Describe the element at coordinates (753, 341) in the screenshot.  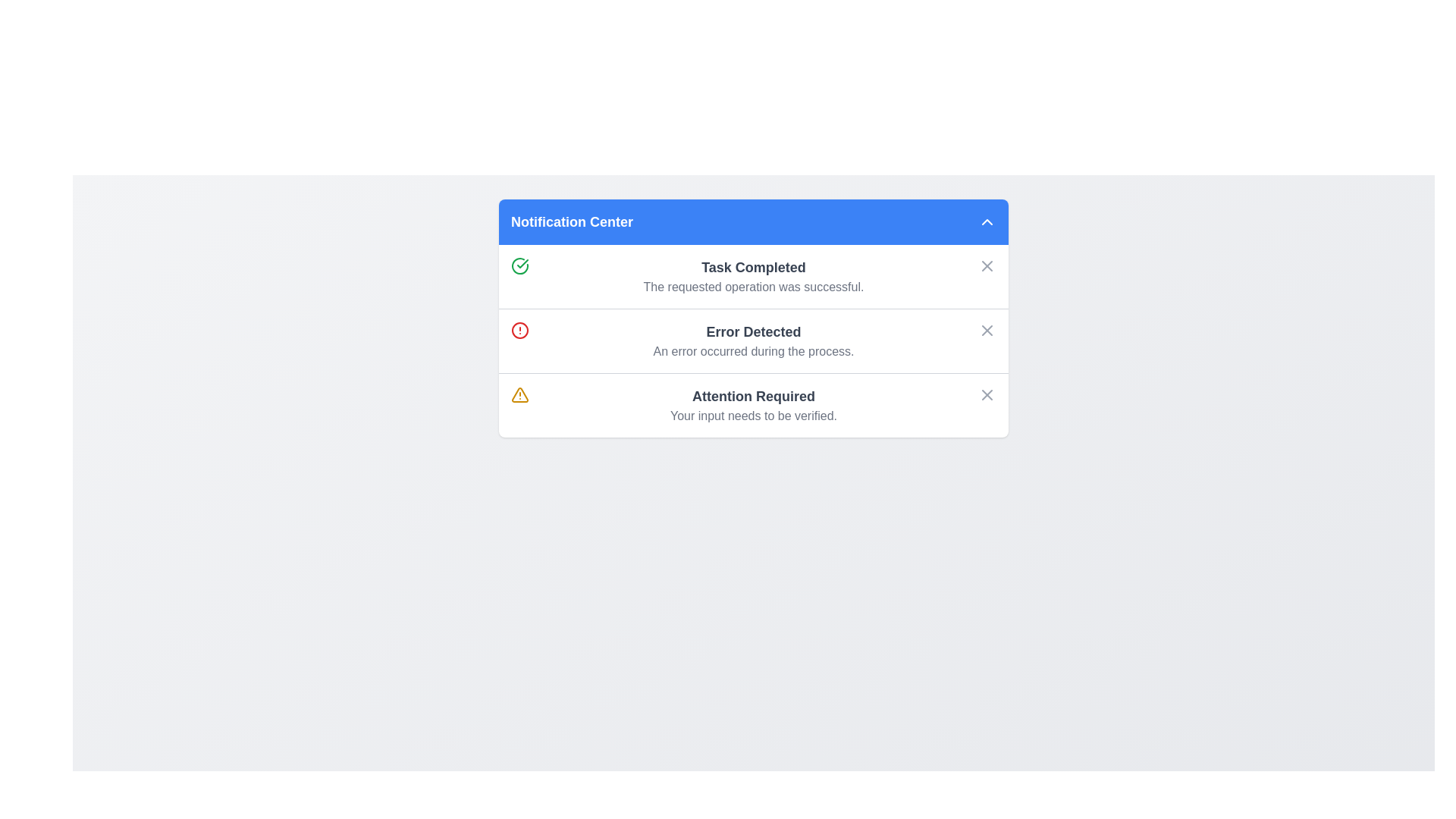
I see `the second notification item in the Notification Center to understand the error context` at that location.